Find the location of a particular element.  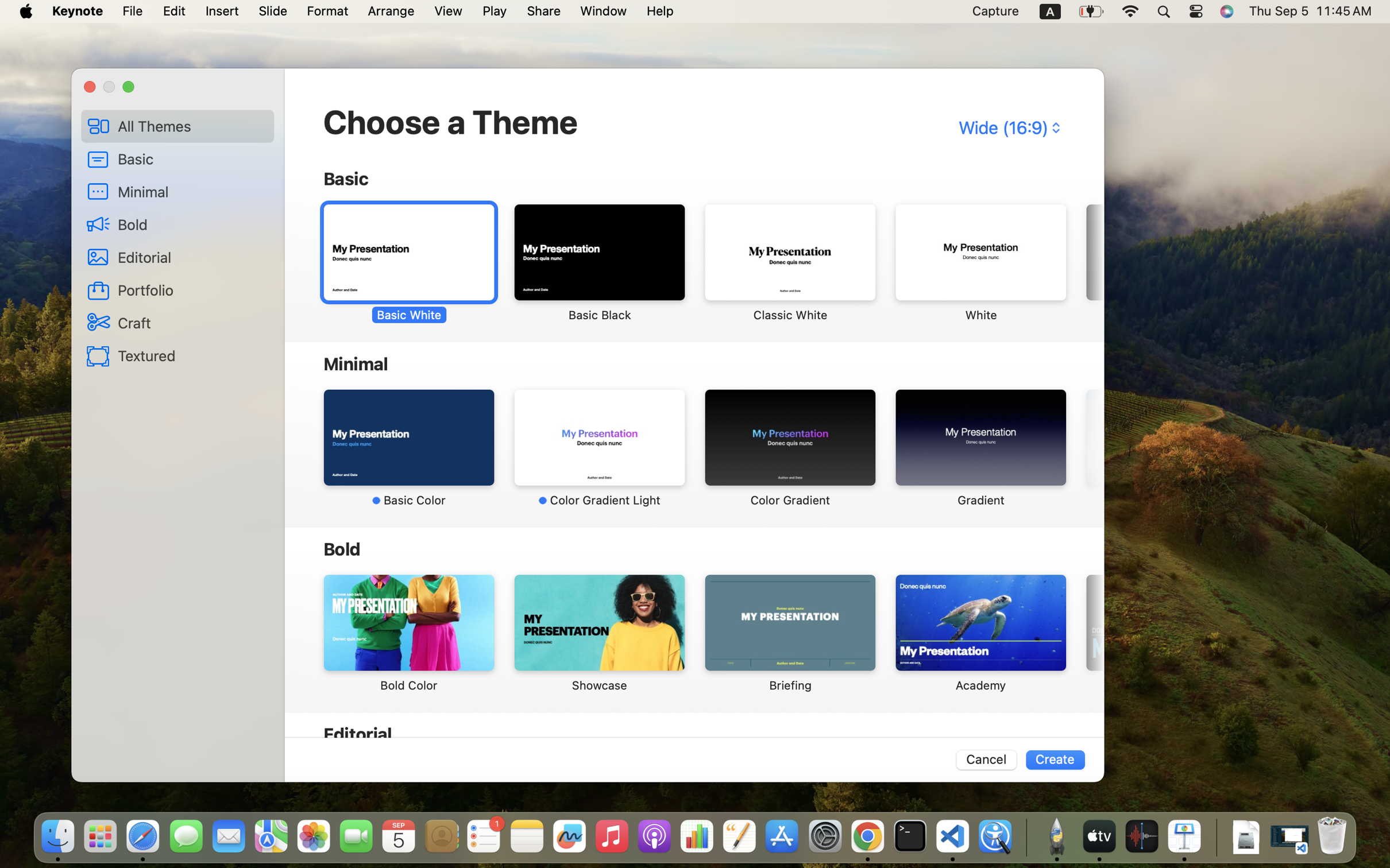

'Editorial' is located at coordinates (192, 257).